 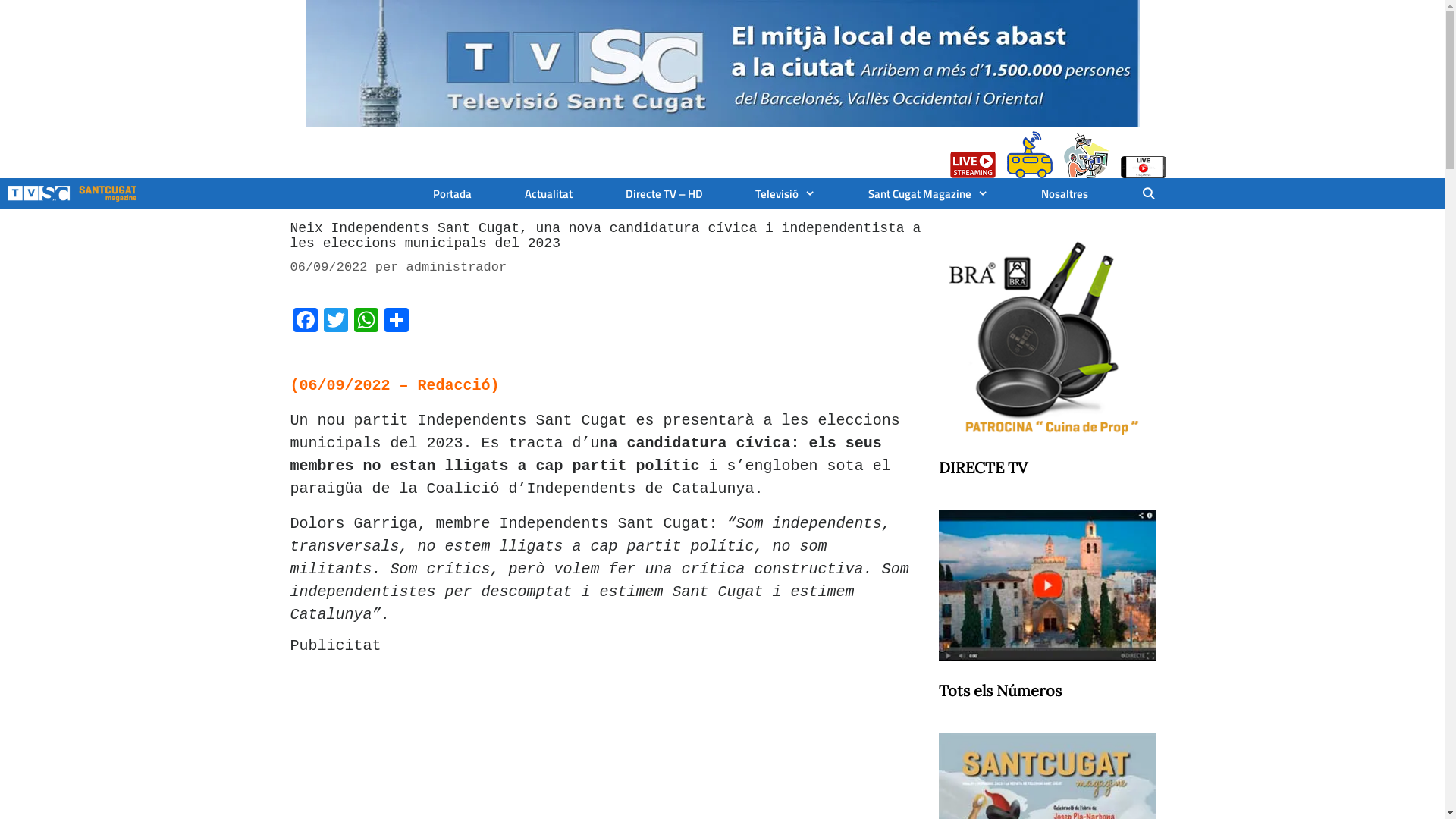 I want to click on 'WhatsApp', so click(x=365, y=322).